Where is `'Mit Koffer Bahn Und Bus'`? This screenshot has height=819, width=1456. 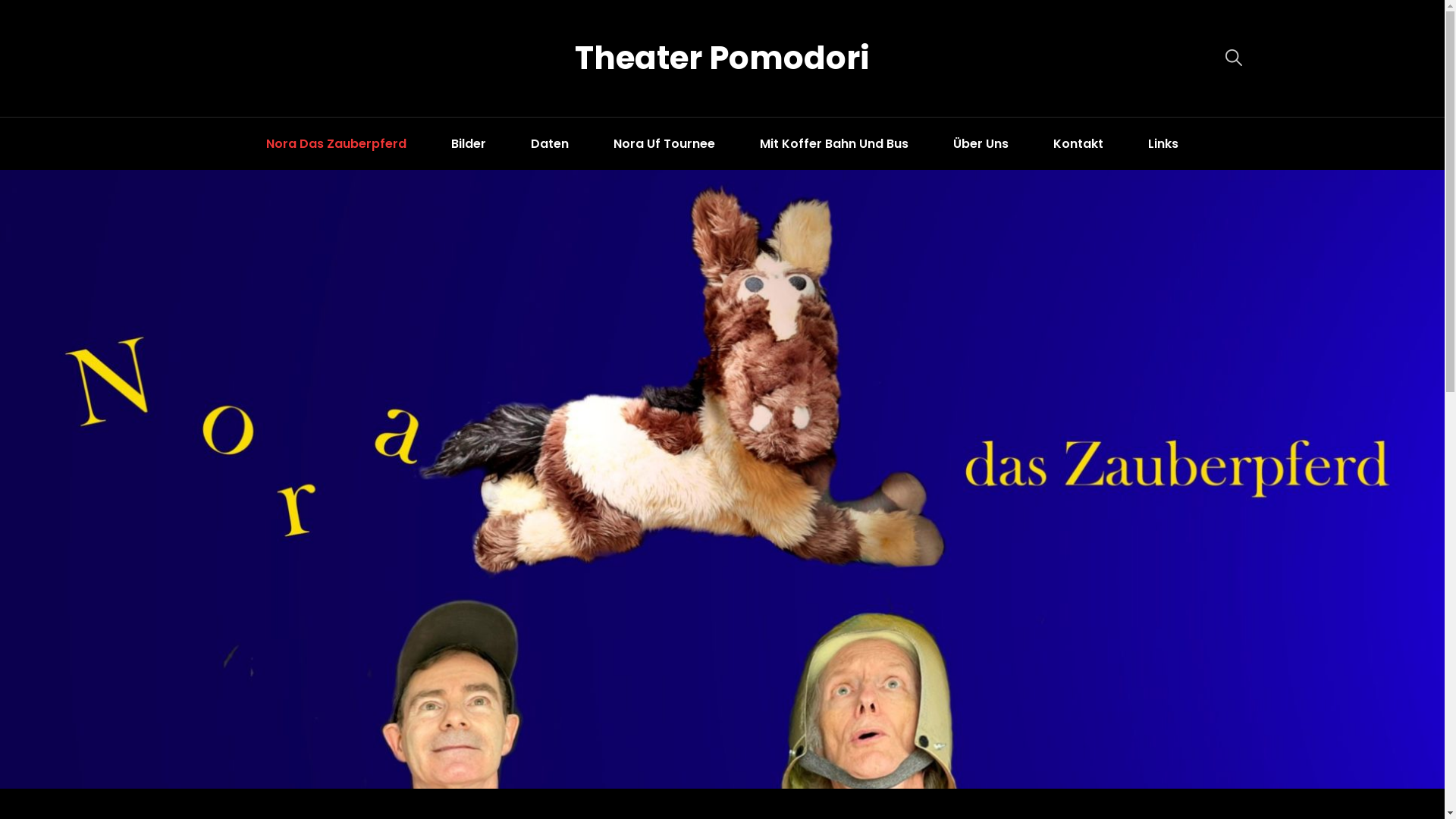 'Mit Koffer Bahn Und Bus' is located at coordinates (833, 143).